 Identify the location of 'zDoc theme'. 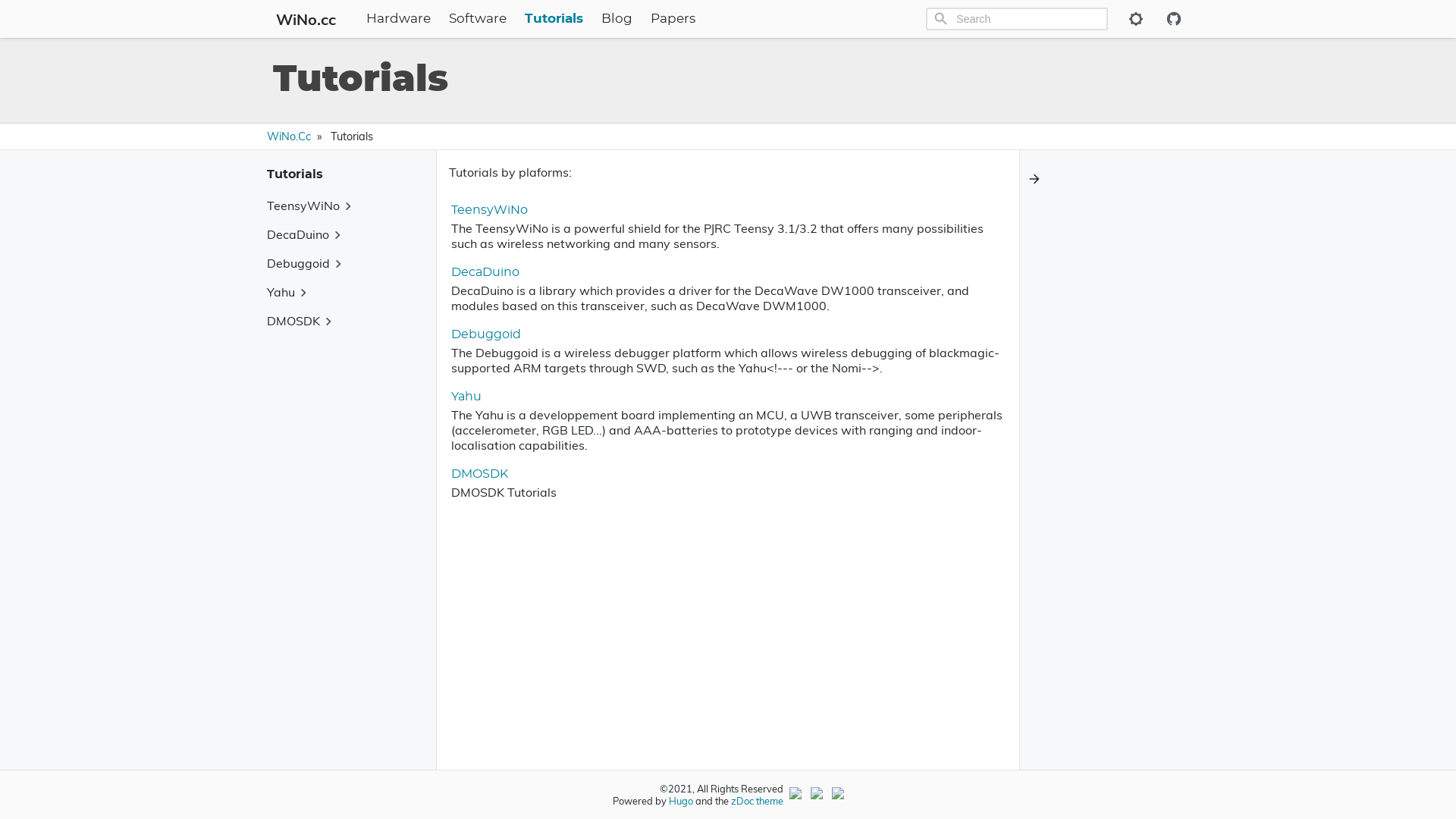
(757, 800).